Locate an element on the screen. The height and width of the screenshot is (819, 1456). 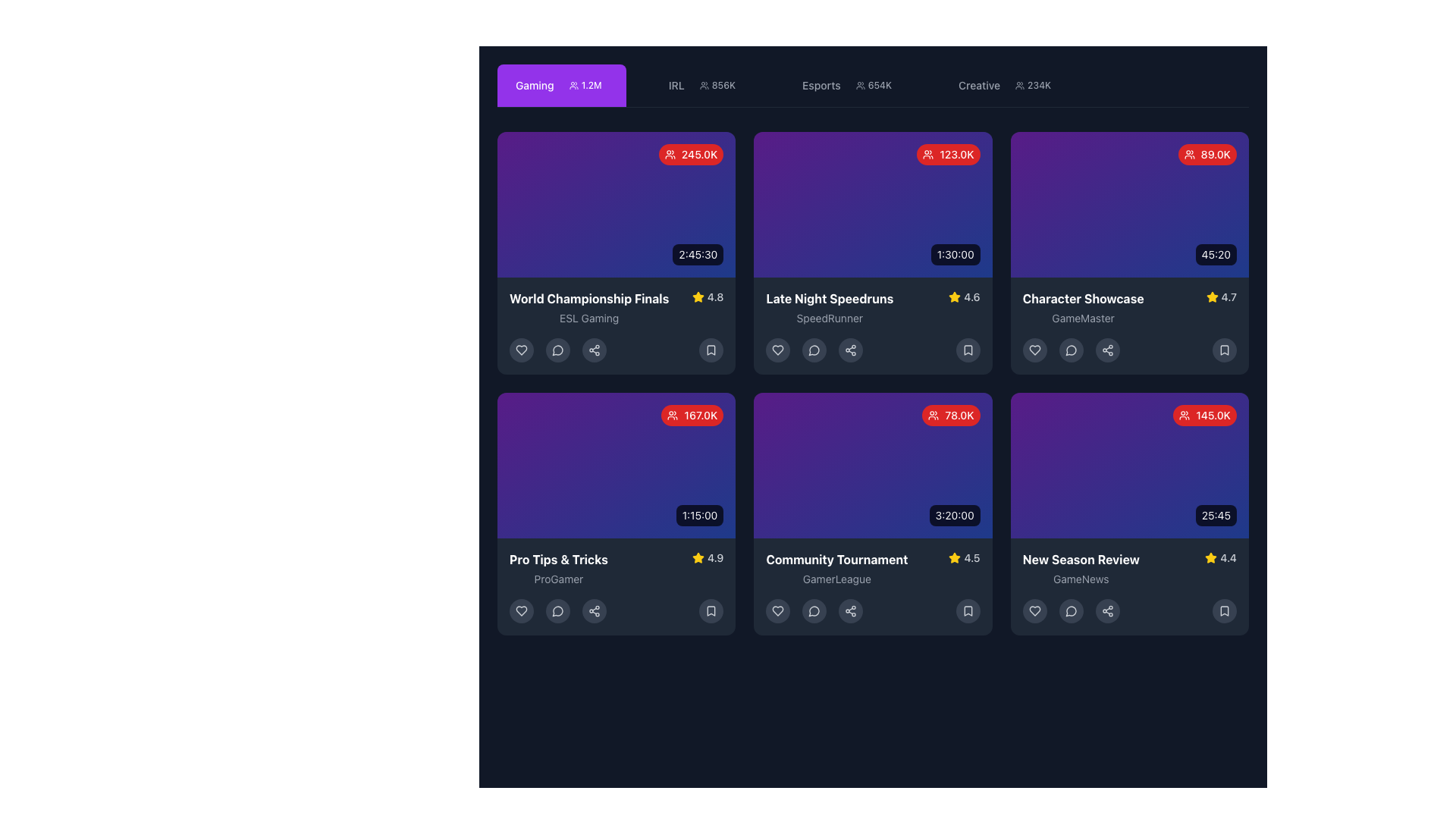
the bold text label element containing the phrase 'Pro Tips & Tricks', which is positioned above the smaller text 'ProGamer' within a card in the bottom left of a grid layout is located at coordinates (557, 559).